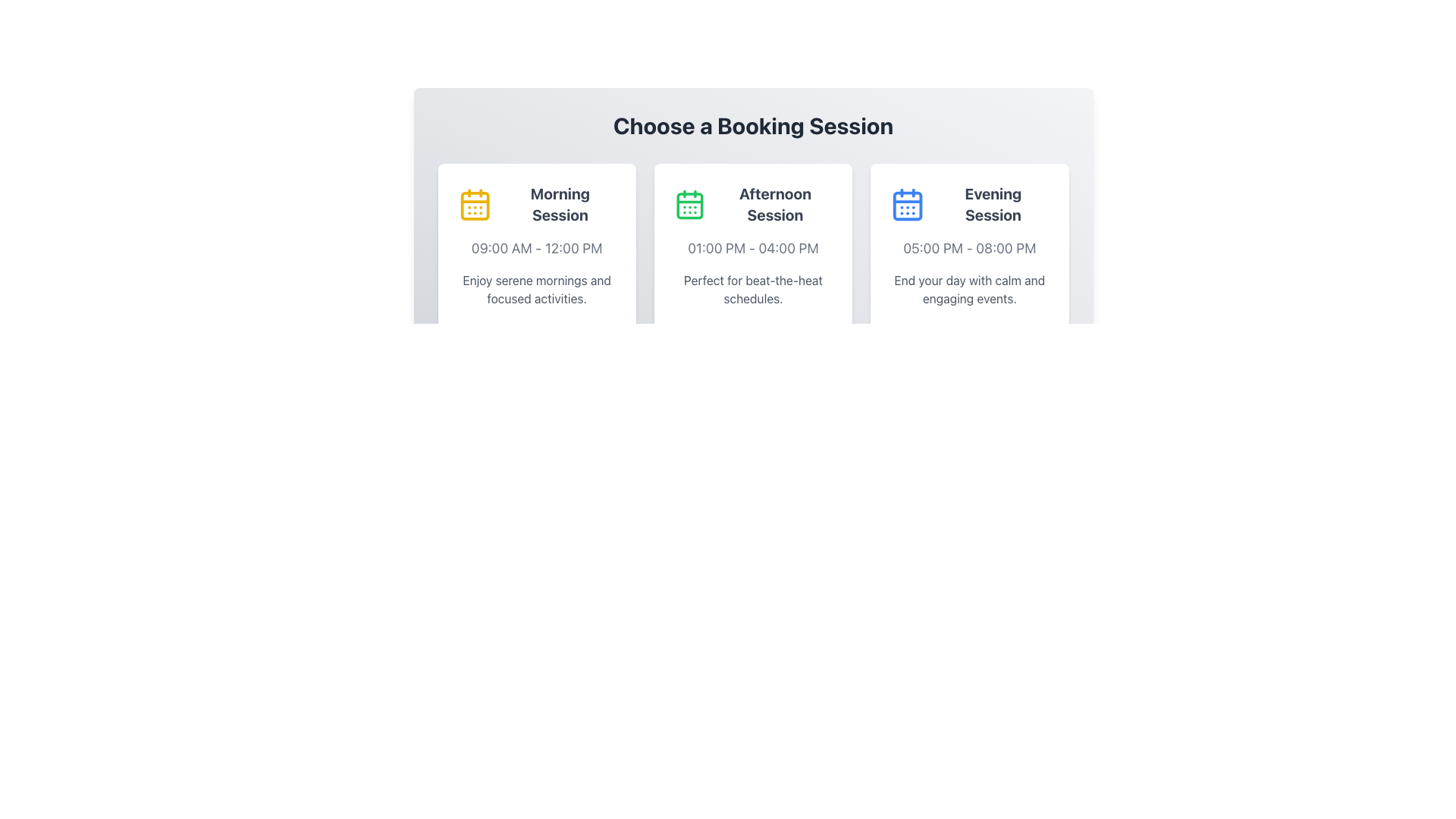 This screenshot has width=1456, height=819. I want to click on the decorative calendar icon in the top-left 'Morning Session' card of the booking selection interface, so click(474, 206).